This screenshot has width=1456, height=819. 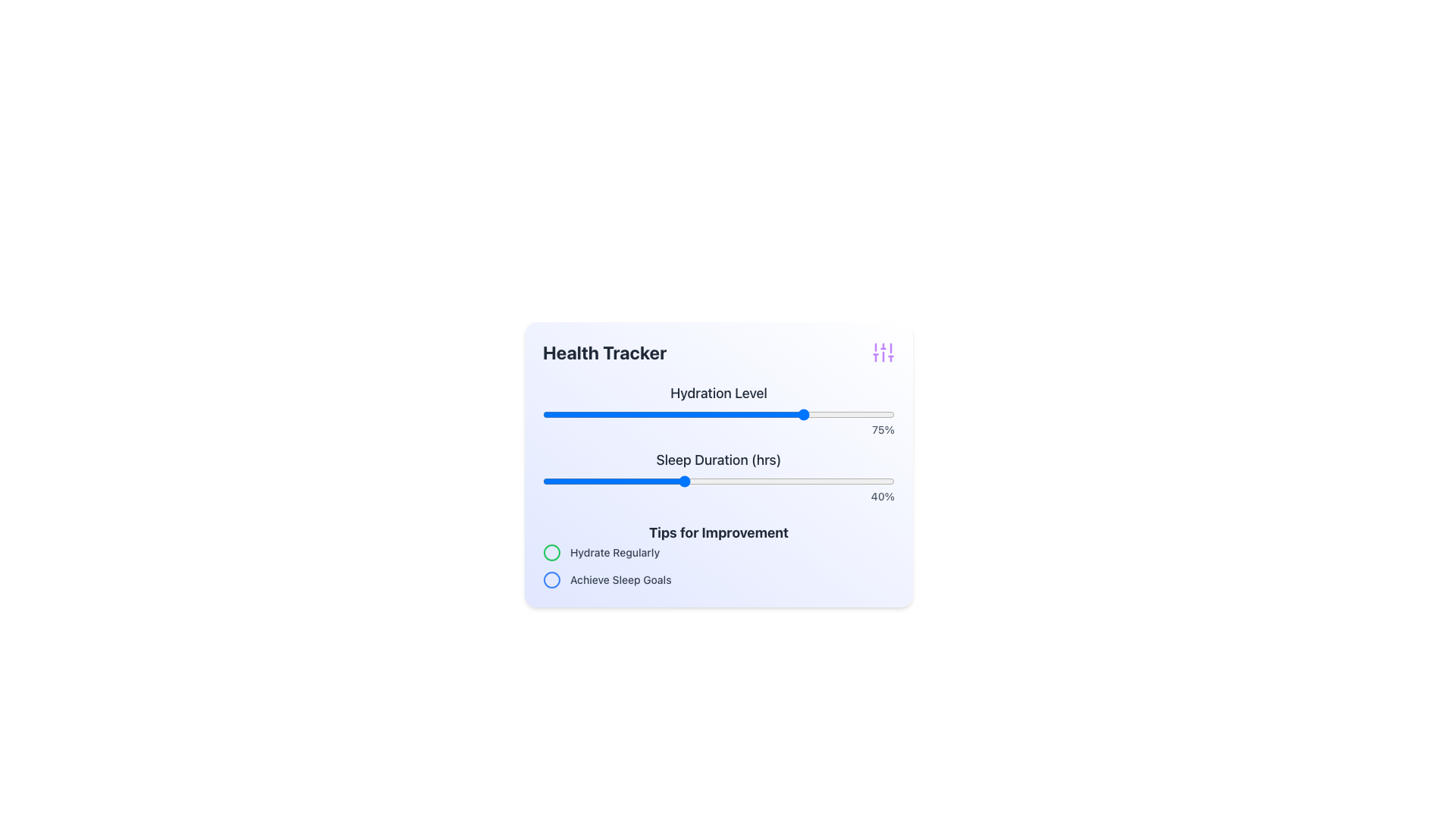 What do you see at coordinates (551, 579) in the screenshot?
I see `the second circular indicator in the 'Tips for Improvement' section, which is a Circle SVG Element indicating 'Achieve Sleep Goals'` at bounding box center [551, 579].